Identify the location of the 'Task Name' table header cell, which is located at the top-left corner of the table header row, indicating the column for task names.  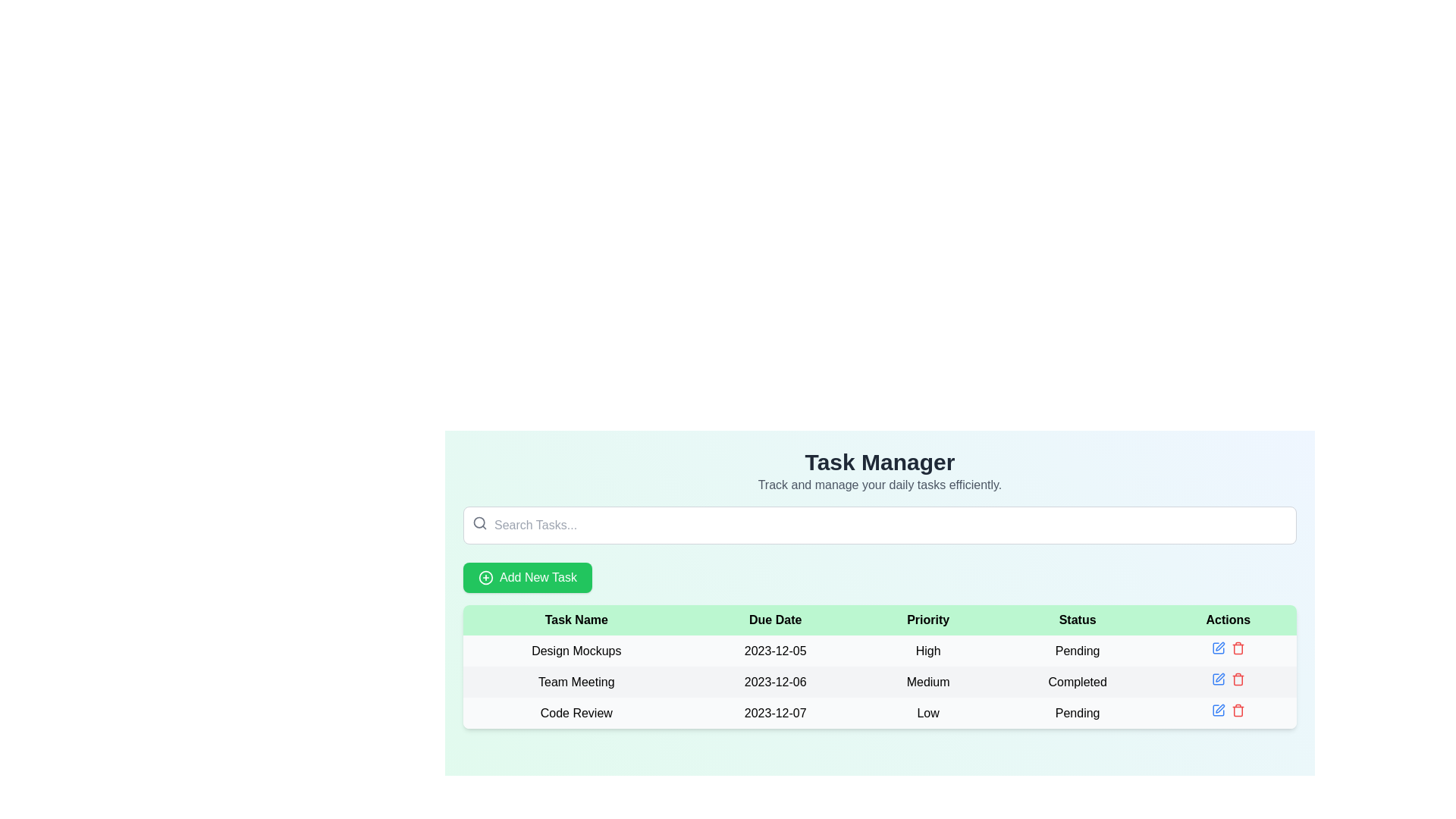
(576, 620).